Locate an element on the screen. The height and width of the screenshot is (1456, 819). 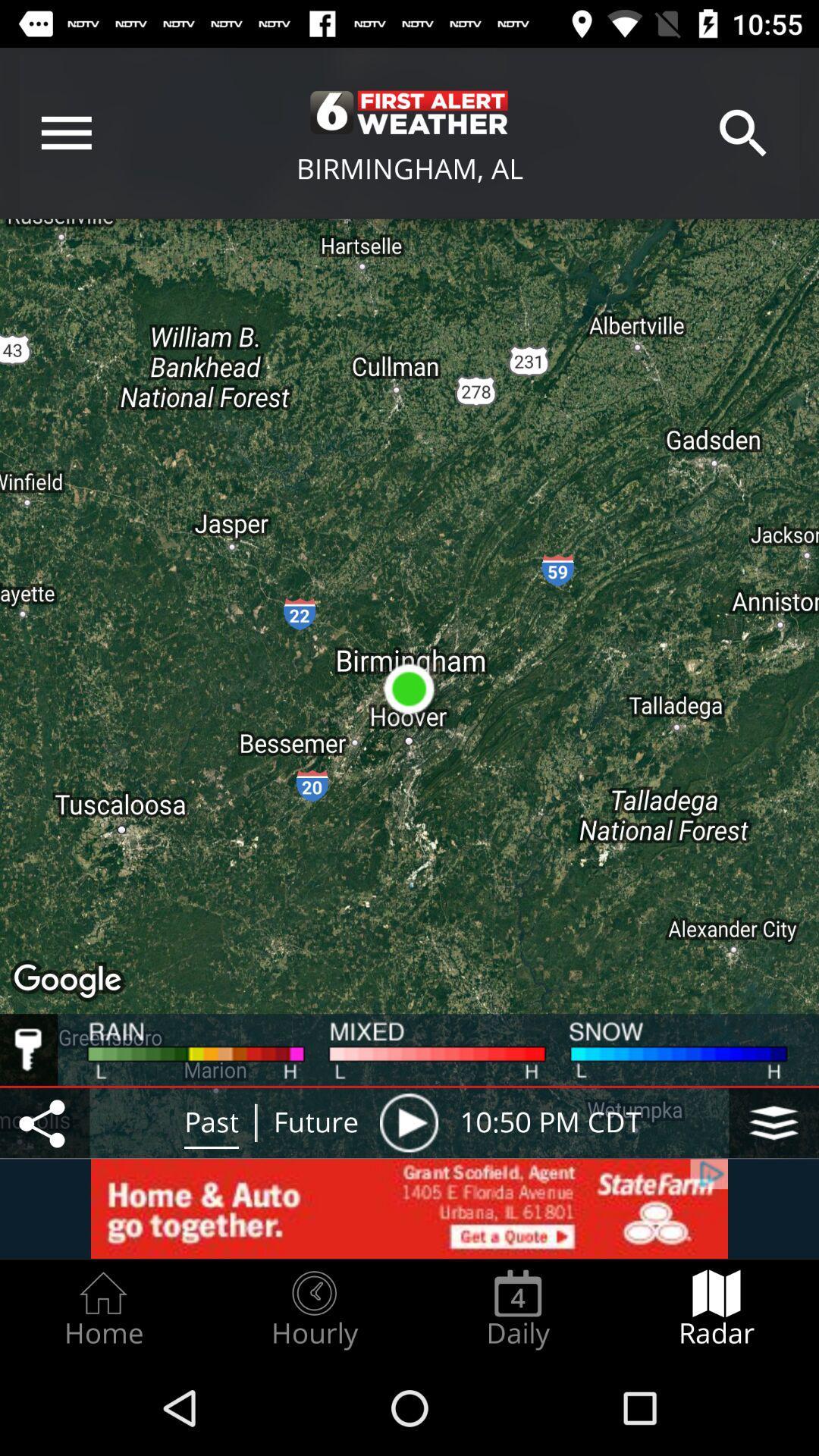
the share icon is located at coordinates (44, 1122).